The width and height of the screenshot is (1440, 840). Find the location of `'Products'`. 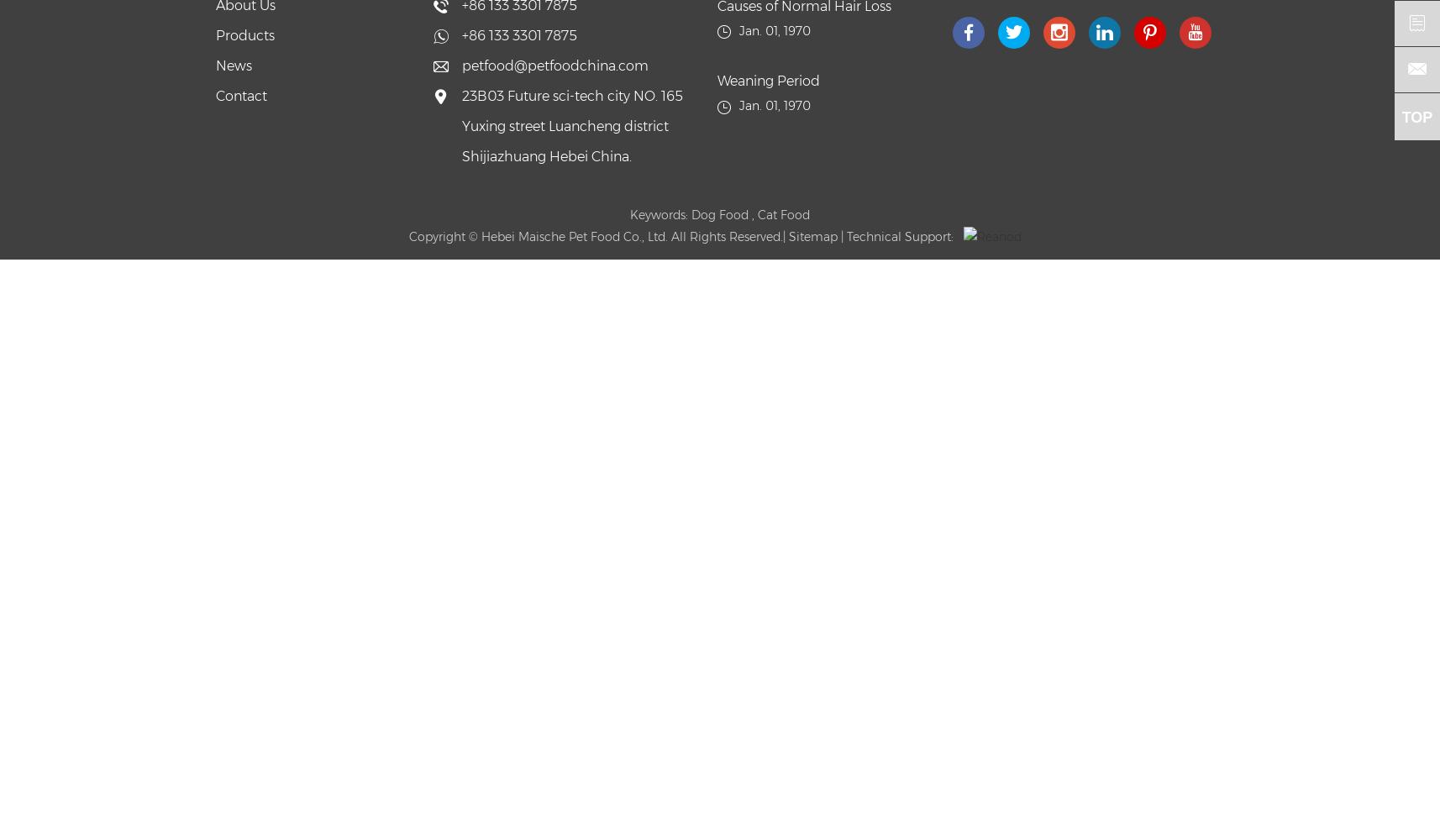

'Products' is located at coordinates (244, 35).